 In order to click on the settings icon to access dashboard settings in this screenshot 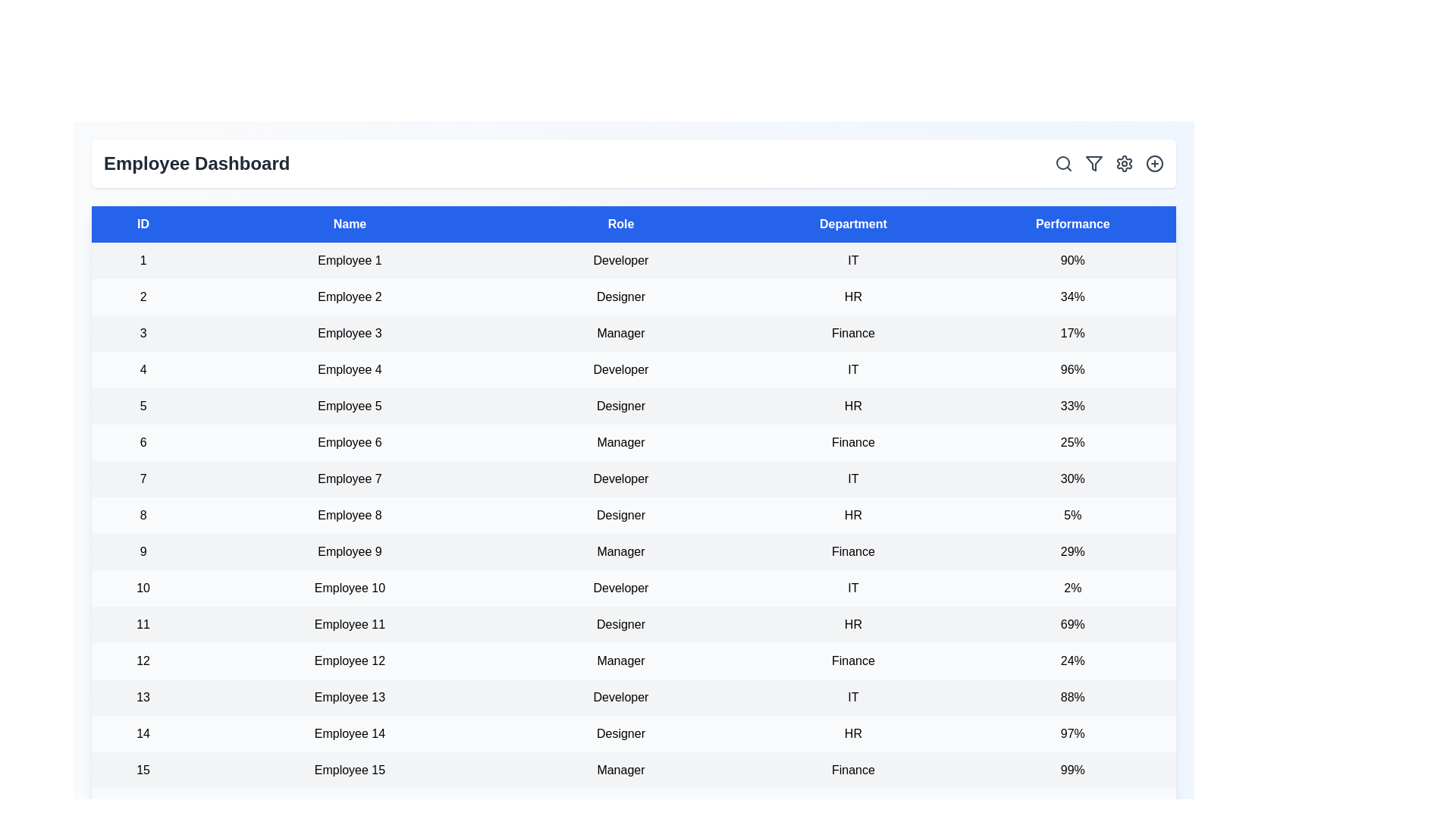, I will do `click(1125, 164)`.